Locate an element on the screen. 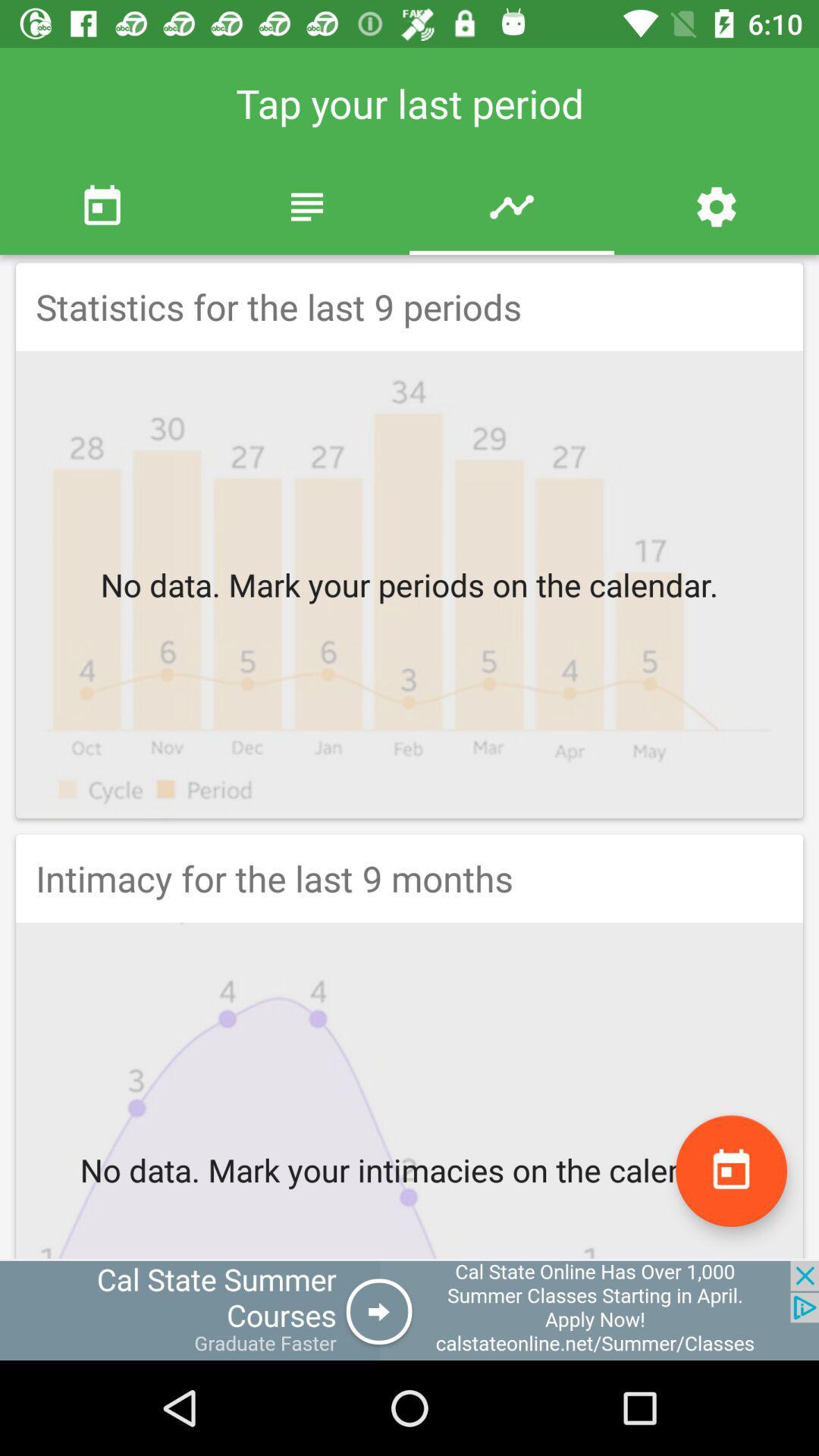 This screenshot has width=819, height=1456. advertisement area is located at coordinates (409, 1310).